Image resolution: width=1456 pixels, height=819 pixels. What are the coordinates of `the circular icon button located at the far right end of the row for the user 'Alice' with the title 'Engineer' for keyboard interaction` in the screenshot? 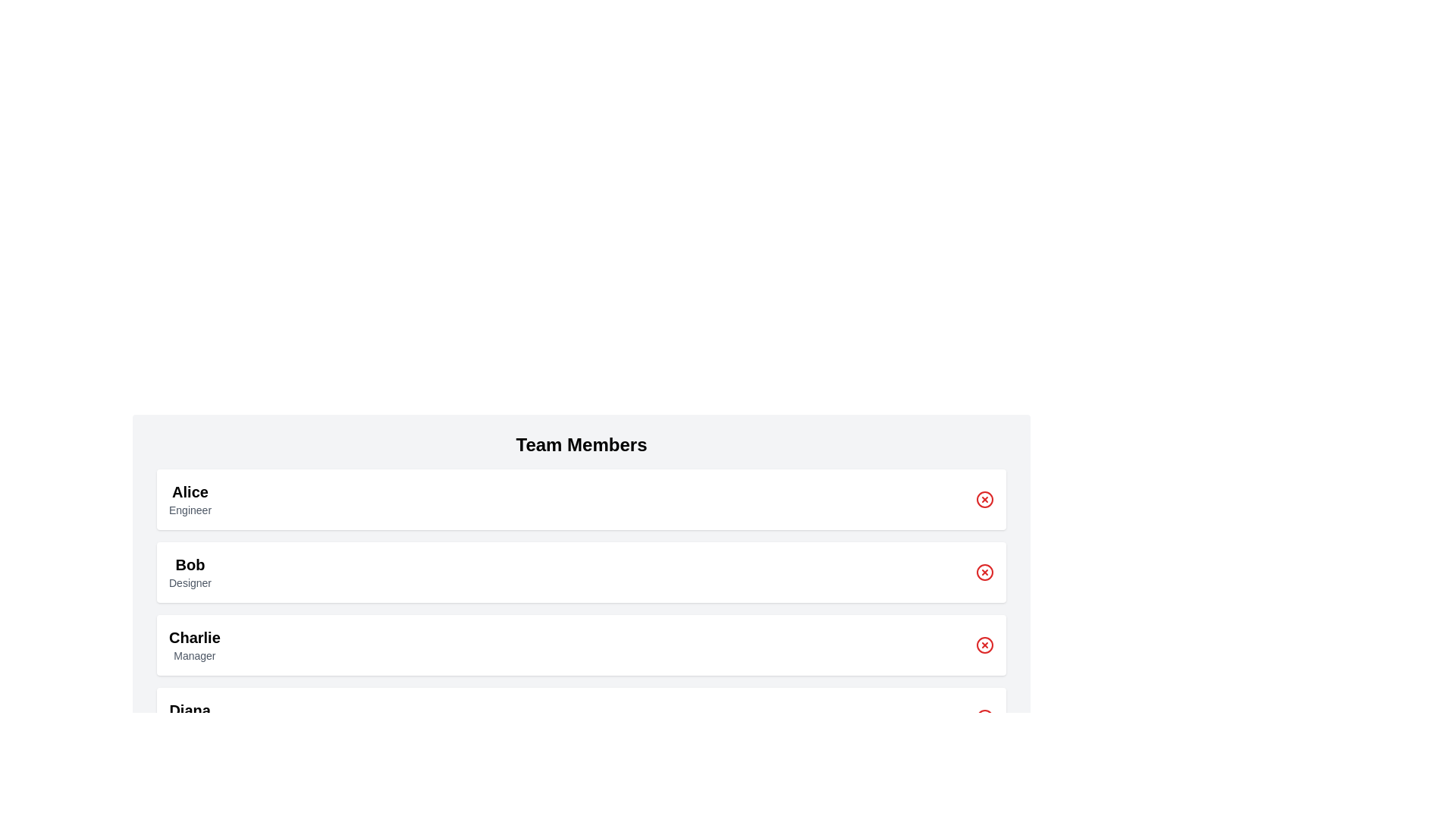 It's located at (985, 500).